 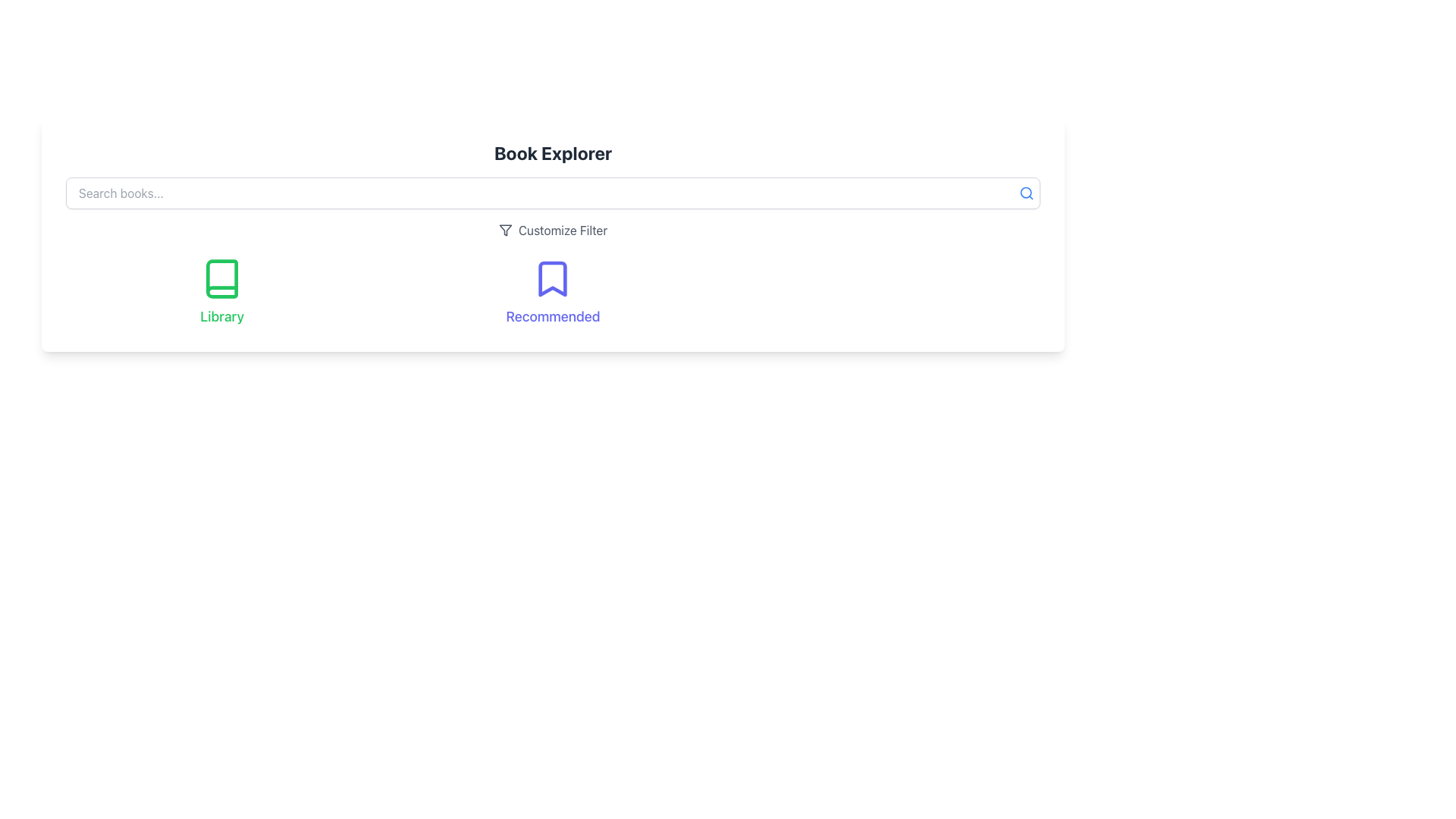 I want to click on the 'Customize Filter' button surrounding the filter icon, so click(x=505, y=231).